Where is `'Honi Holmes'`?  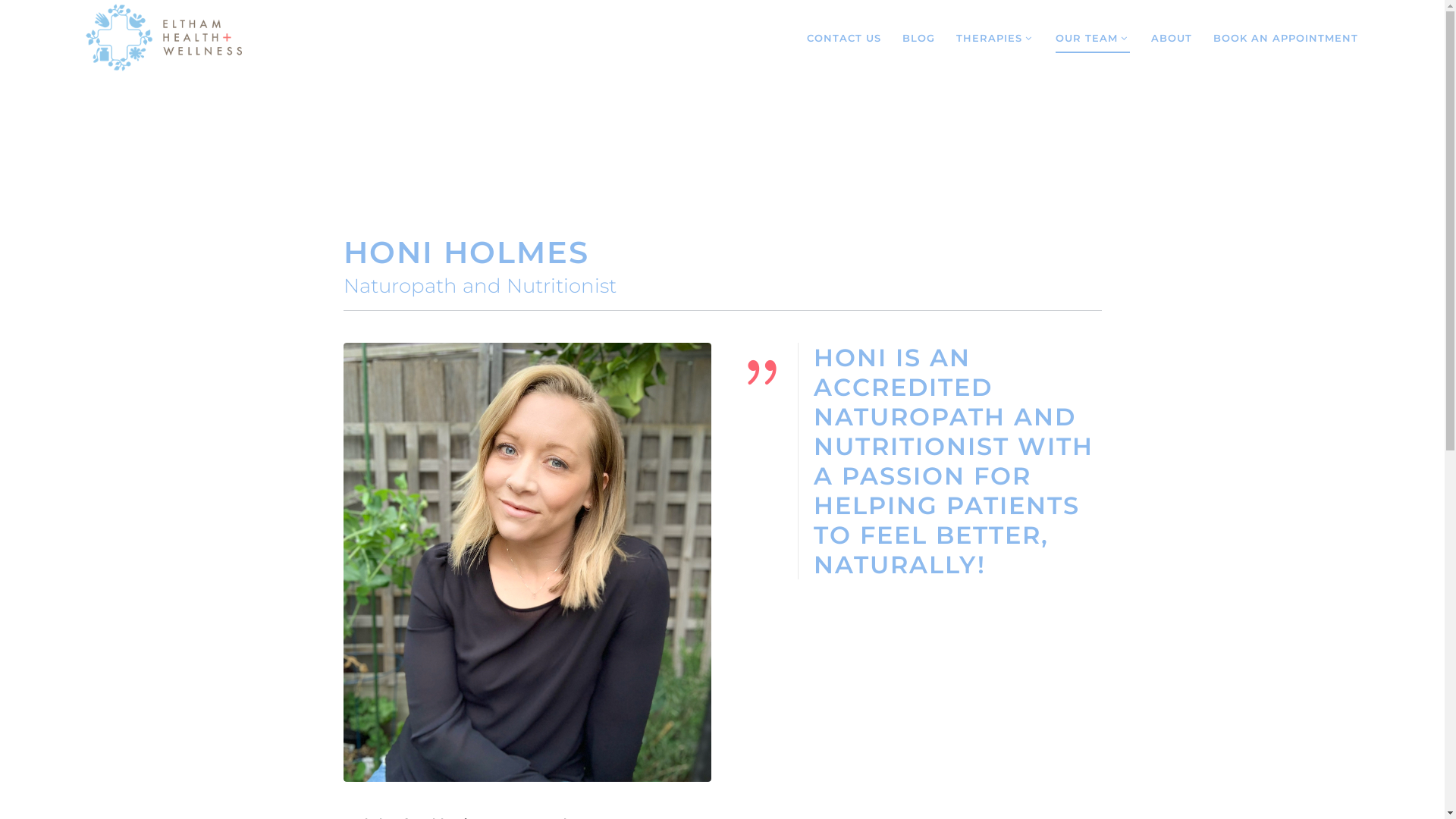 'Honi Holmes' is located at coordinates (526, 562).